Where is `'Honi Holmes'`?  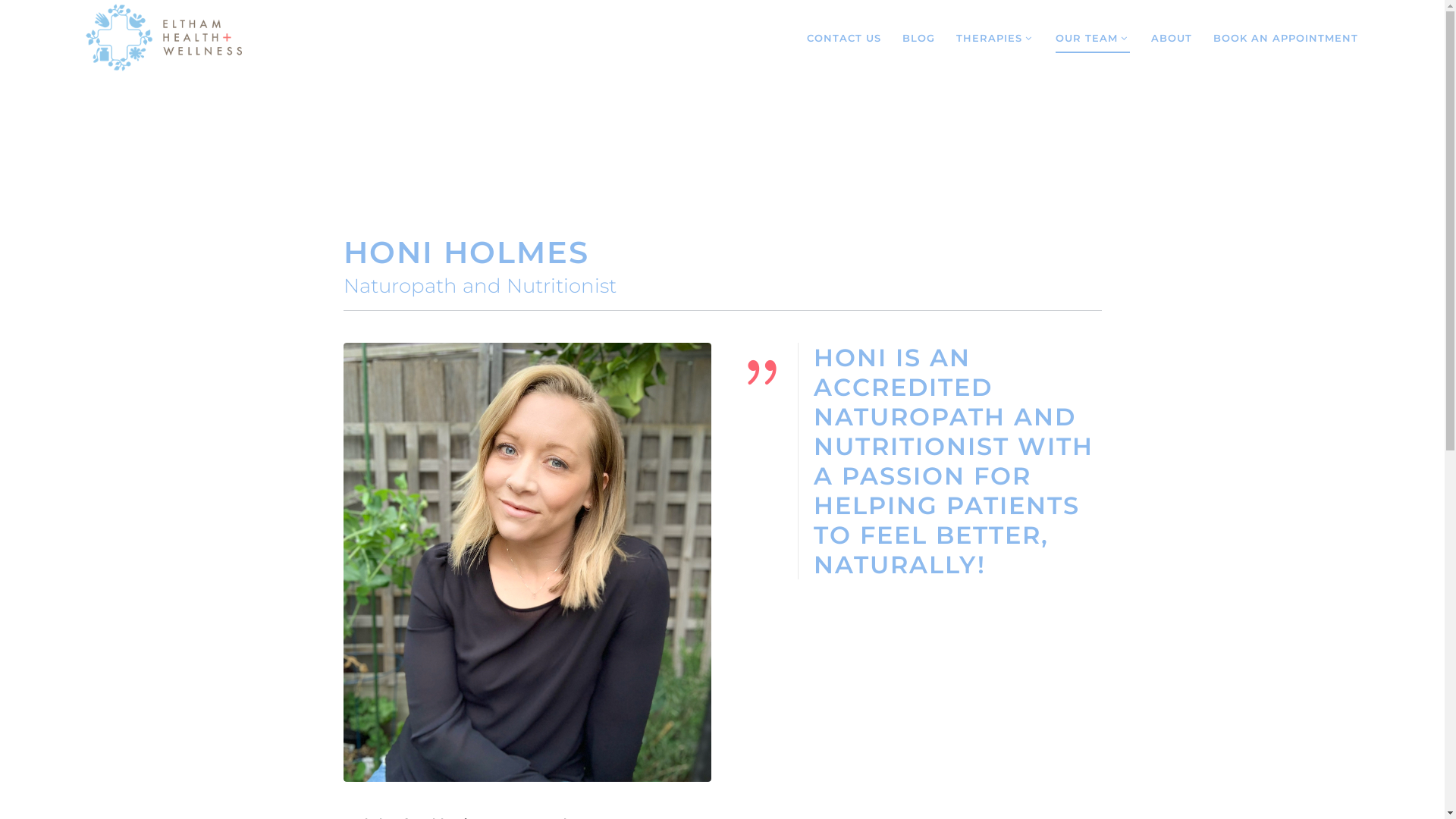 'Honi Holmes' is located at coordinates (526, 562).